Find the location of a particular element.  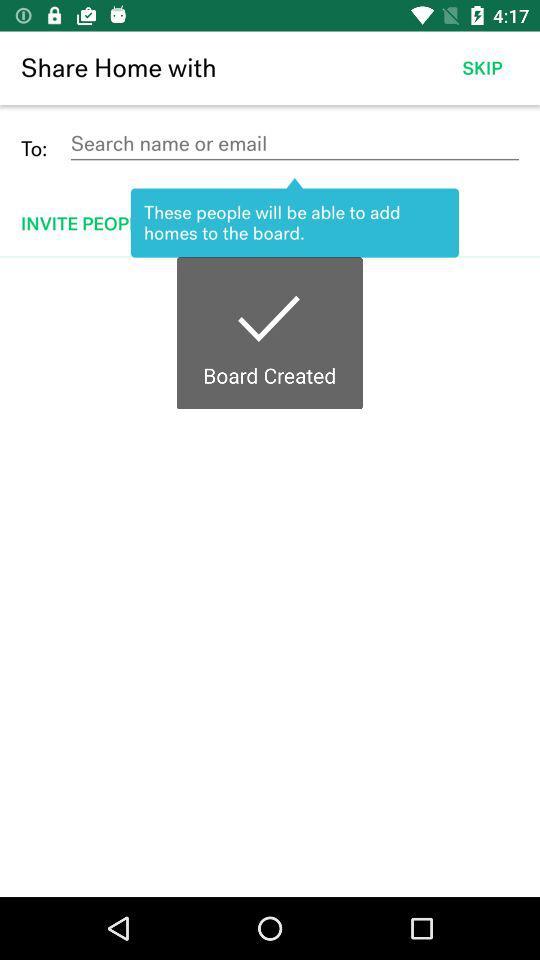

correct option is located at coordinates (270, 577).